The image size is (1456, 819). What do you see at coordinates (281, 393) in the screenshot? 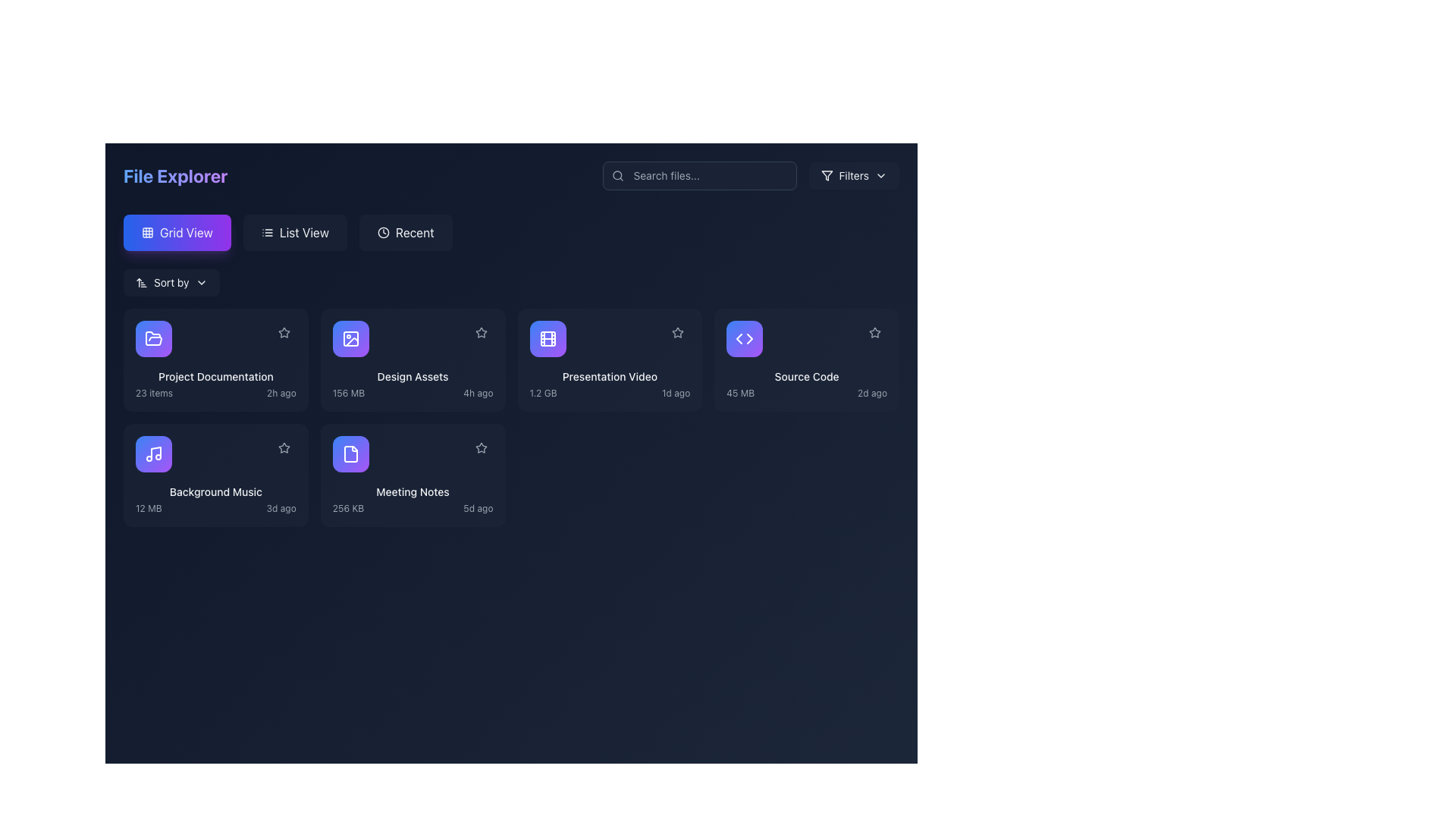
I see `timestamp value displayed in the text label located to the right of '23 items' in the 'Project Documentation' section` at bounding box center [281, 393].